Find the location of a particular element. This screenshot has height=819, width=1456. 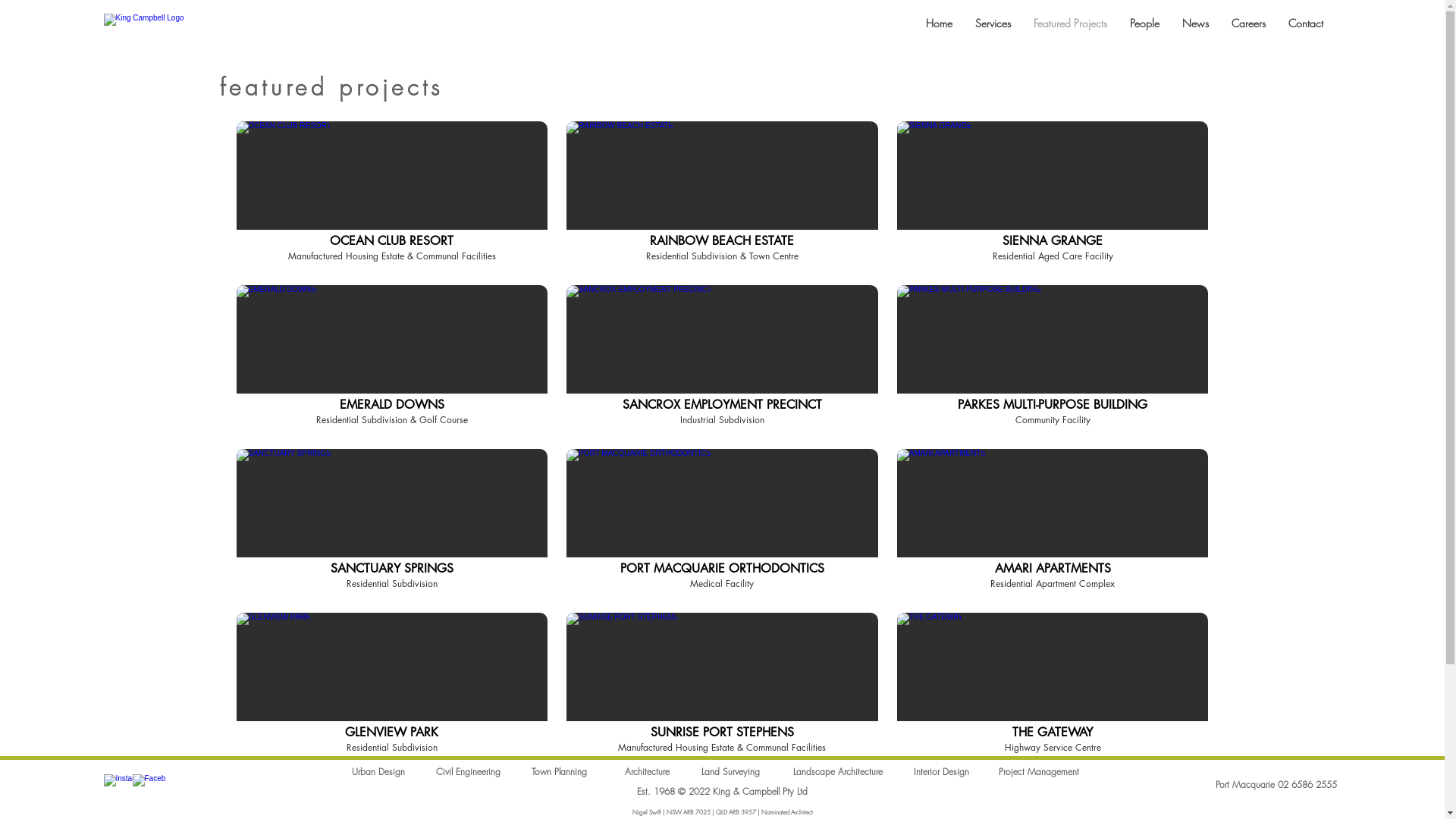

'Featured Projects' is located at coordinates (1069, 23).